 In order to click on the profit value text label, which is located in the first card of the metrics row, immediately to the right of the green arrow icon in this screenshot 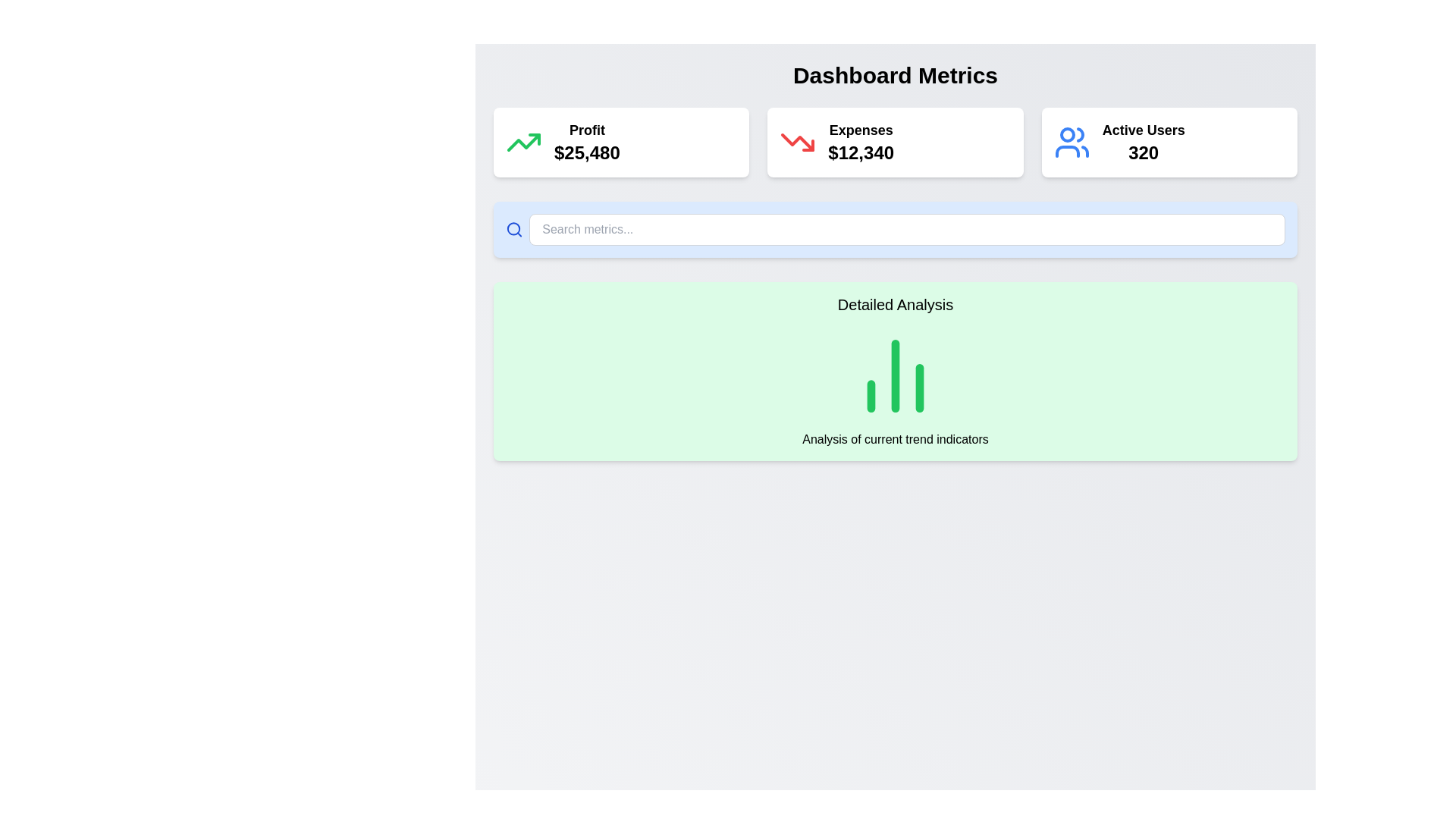, I will do `click(586, 143)`.